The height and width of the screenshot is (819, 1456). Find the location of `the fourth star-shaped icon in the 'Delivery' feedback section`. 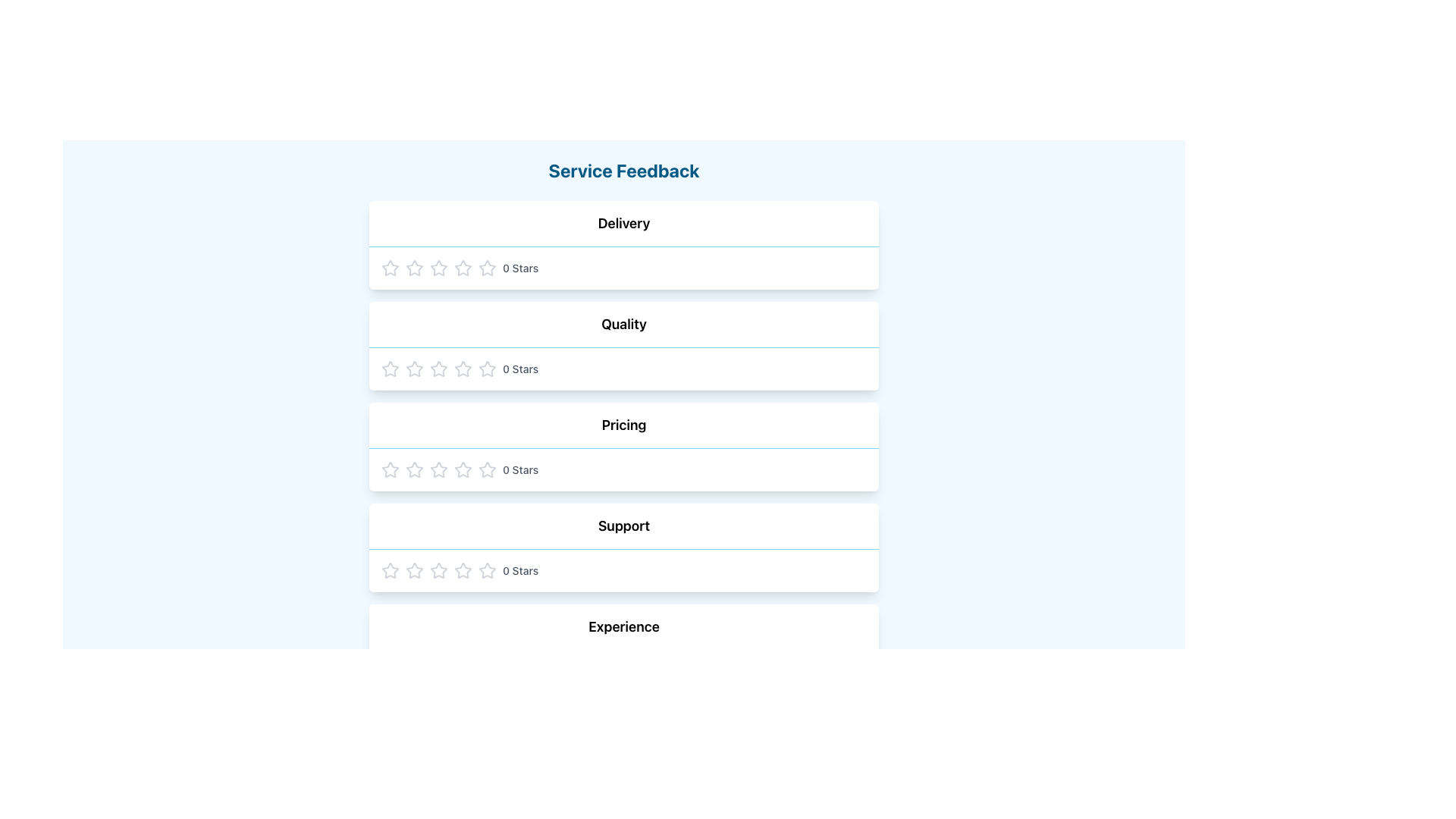

the fourth star-shaped icon in the 'Delivery' feedback section is located at coordinates (438, 268).